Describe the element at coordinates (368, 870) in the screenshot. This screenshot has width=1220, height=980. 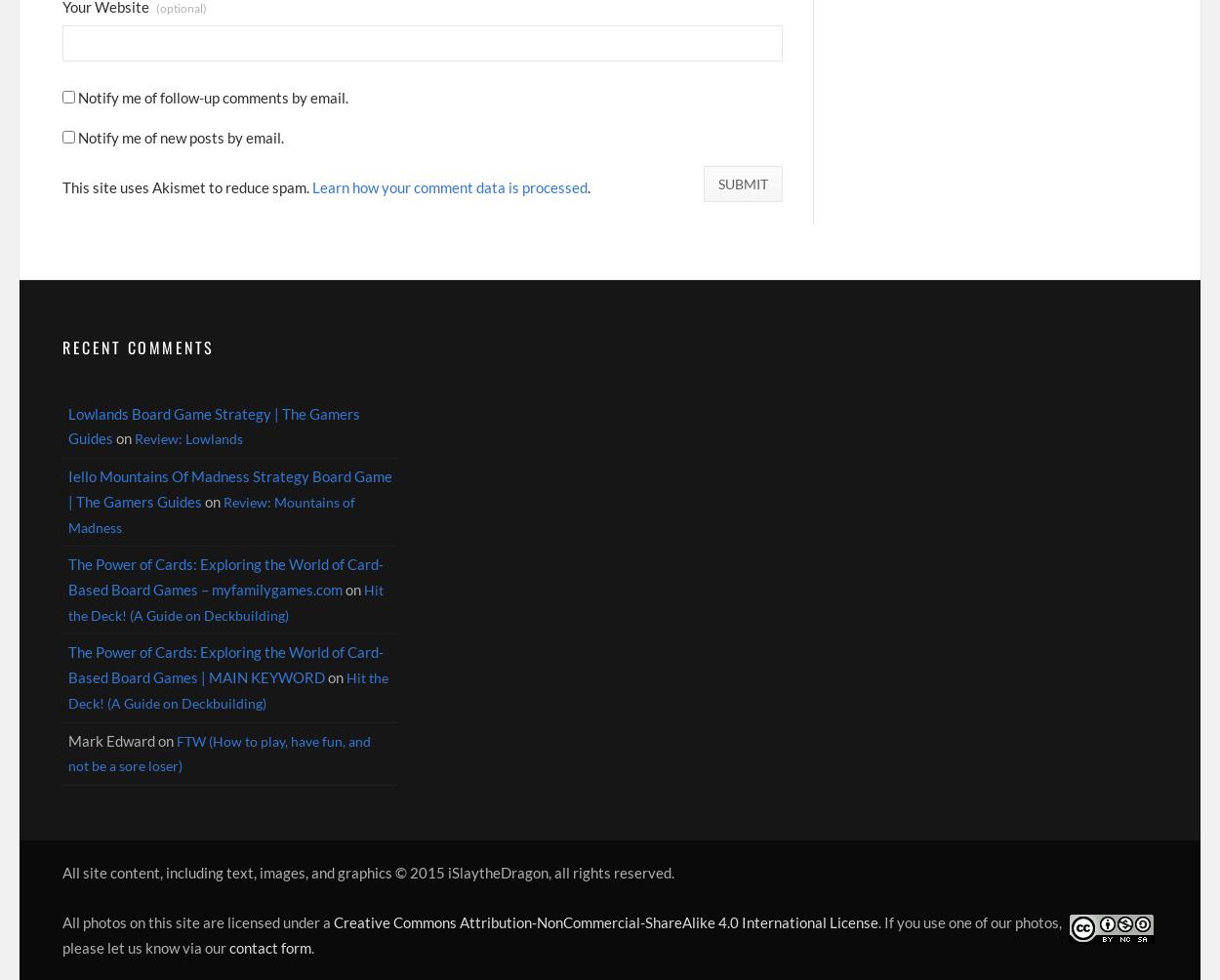
I see `'All site content, including text, images, and graphics © 2015 iSlaytheDragon, all rights reserved.'` at that location.